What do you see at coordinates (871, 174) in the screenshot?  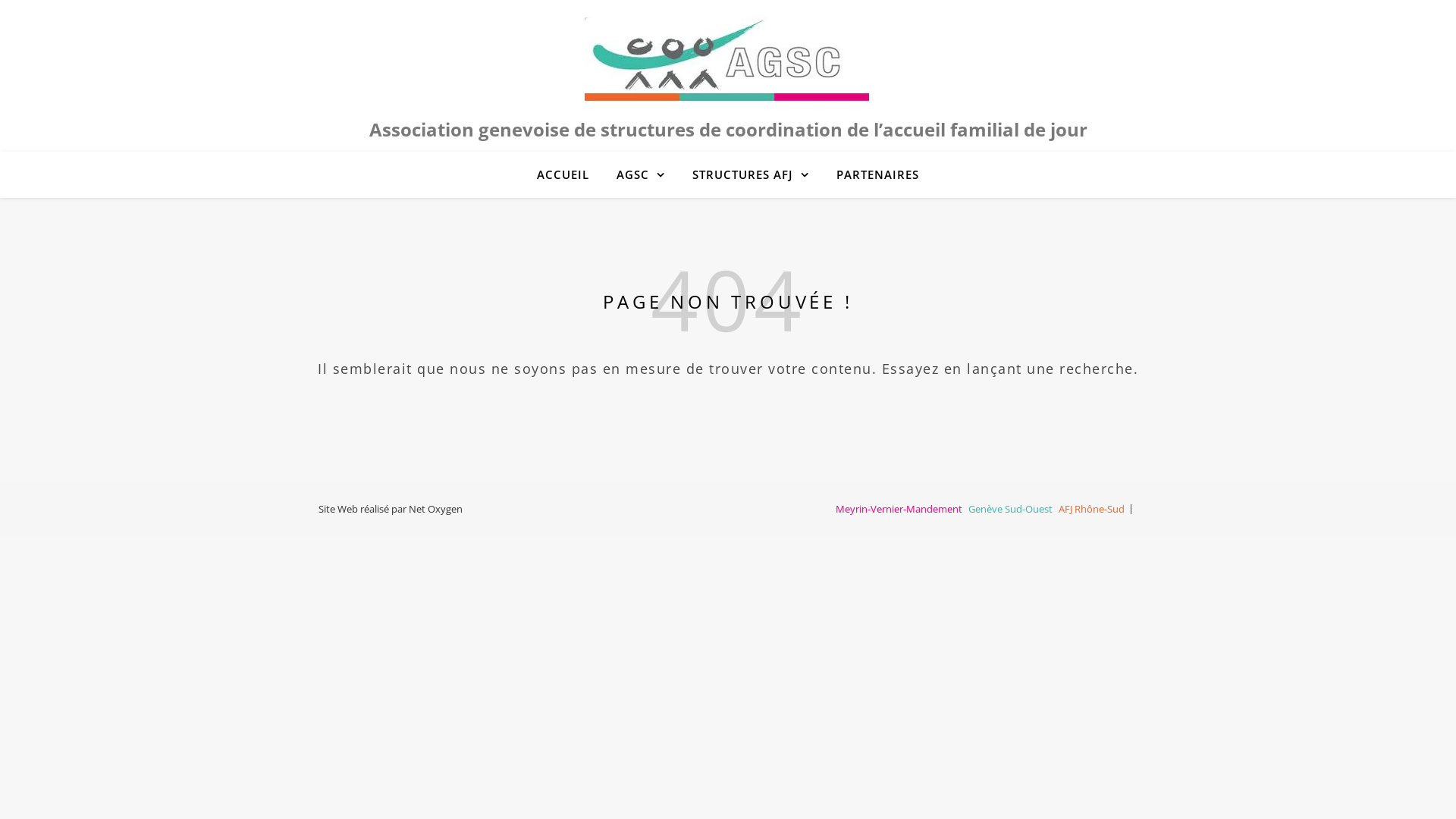 I see `'PARTENAIRES'` at bounding box center [871, 174].